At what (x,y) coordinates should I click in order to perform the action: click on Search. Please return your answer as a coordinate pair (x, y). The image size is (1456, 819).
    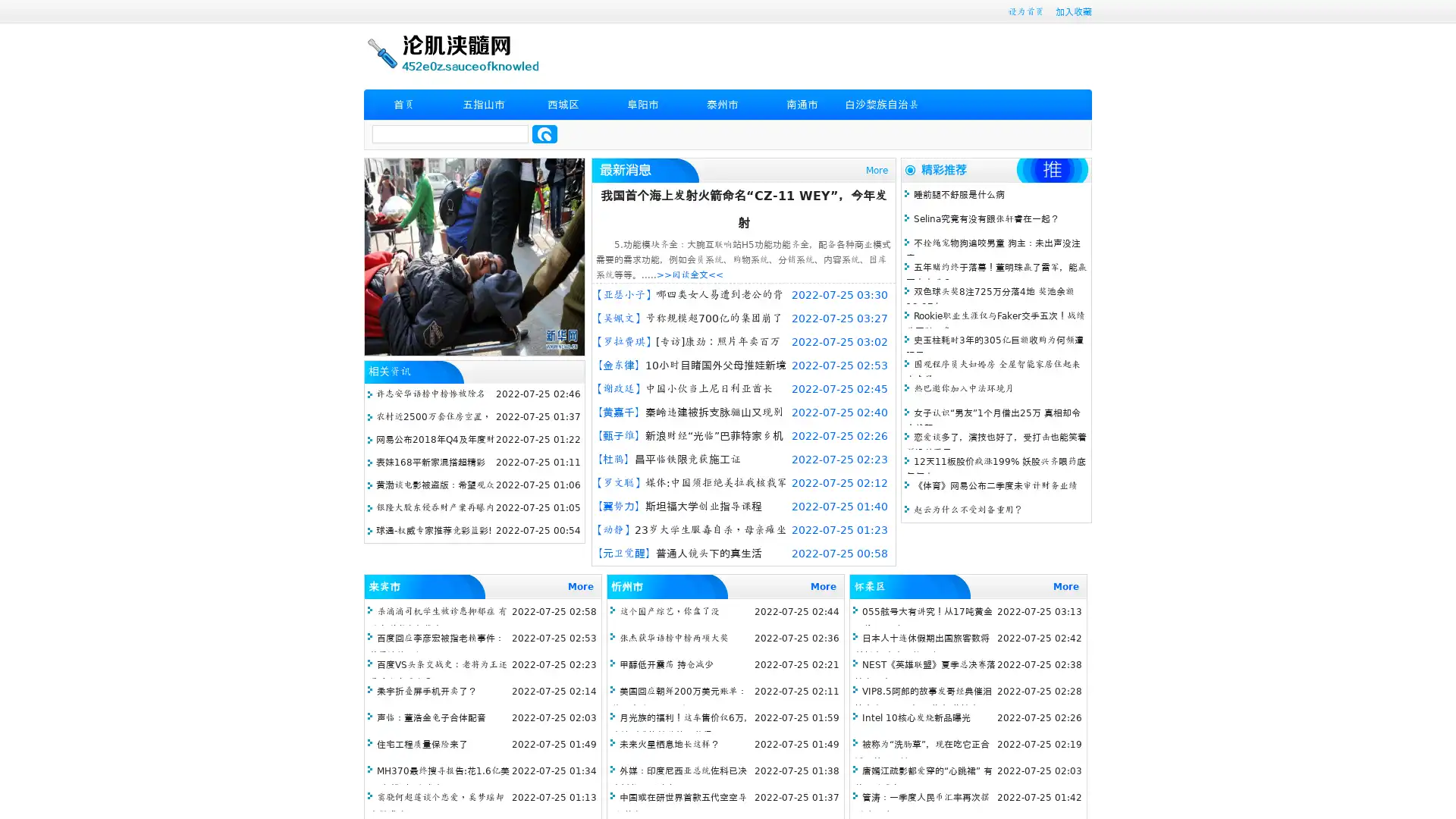
    Looking at the image, I should click on (544, 133).